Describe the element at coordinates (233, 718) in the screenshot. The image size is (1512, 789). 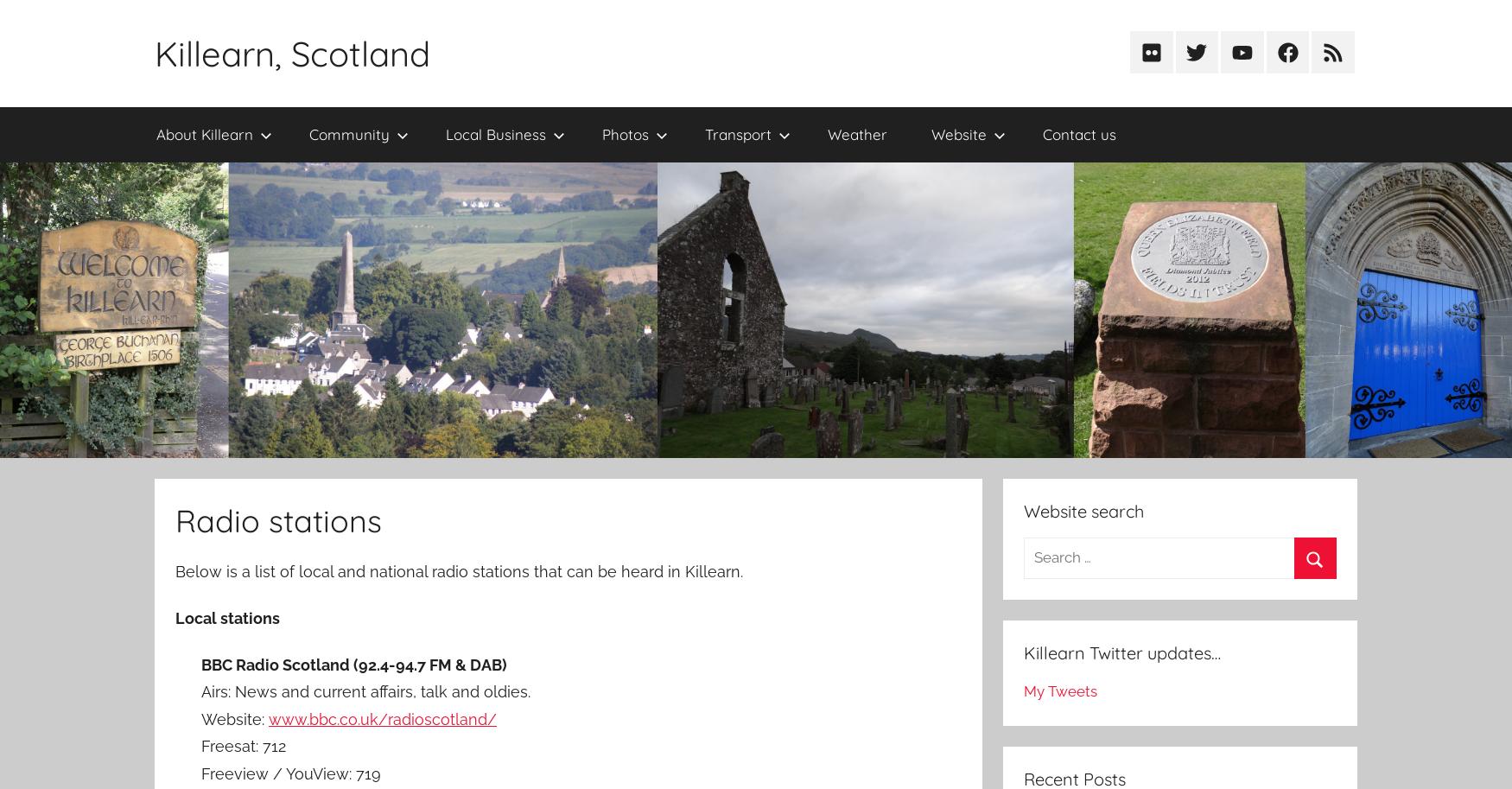
I see `'Website:'` at that location.